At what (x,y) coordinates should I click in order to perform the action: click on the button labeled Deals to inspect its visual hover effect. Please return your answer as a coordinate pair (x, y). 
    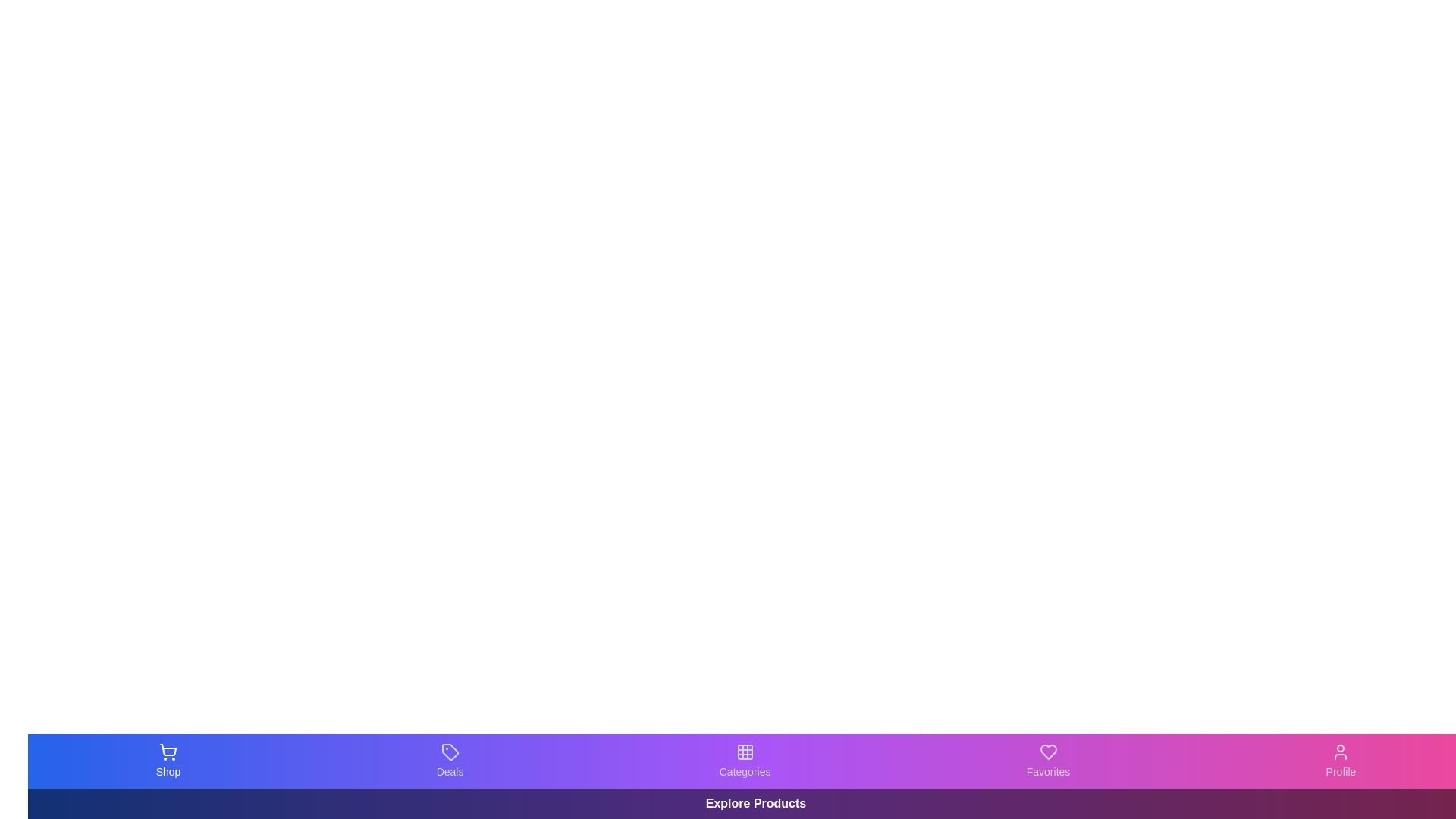
    Looking at the image, I should click on (449, 761).